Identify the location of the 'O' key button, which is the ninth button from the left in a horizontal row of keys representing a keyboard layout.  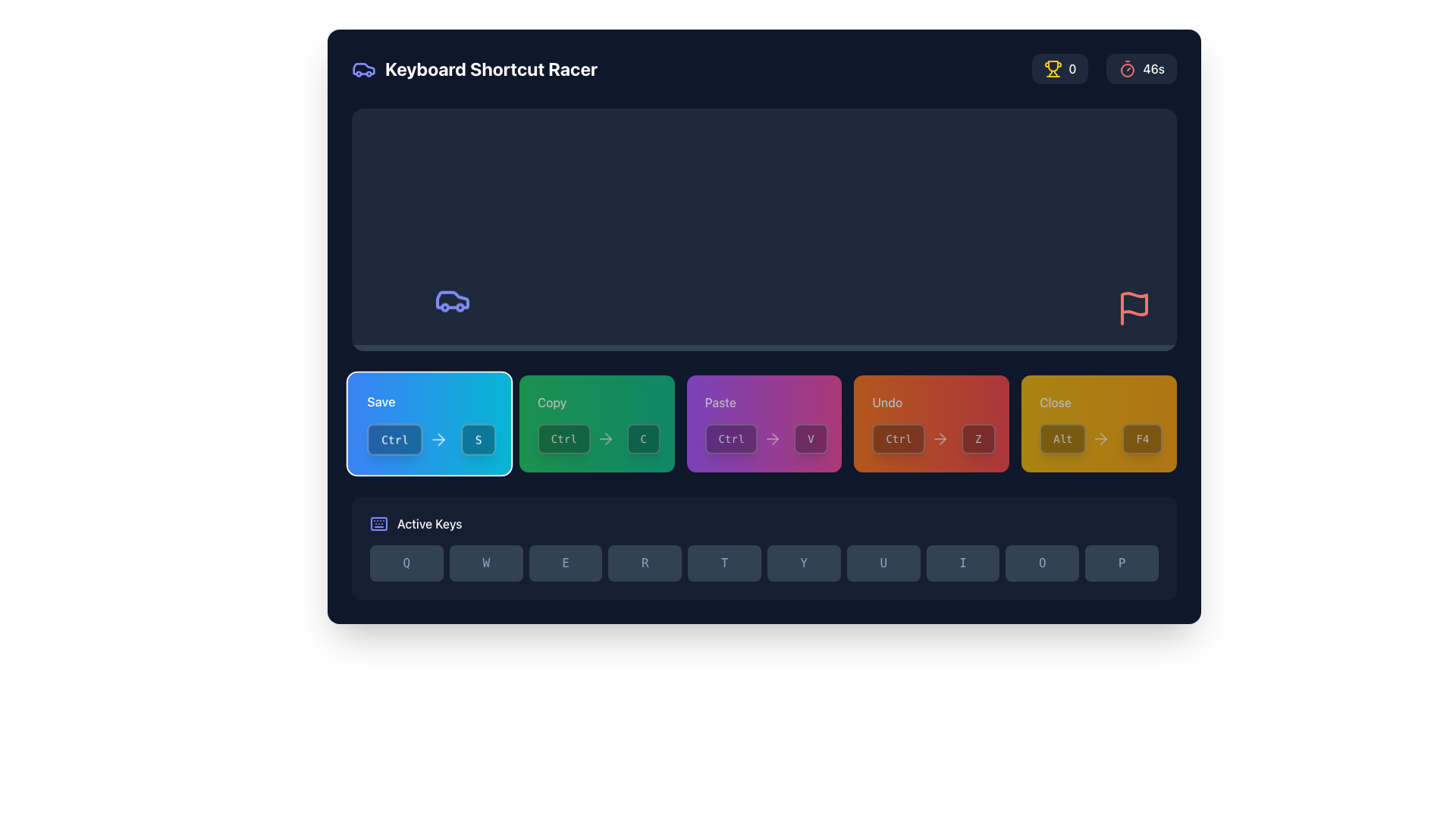
(1041, 563).